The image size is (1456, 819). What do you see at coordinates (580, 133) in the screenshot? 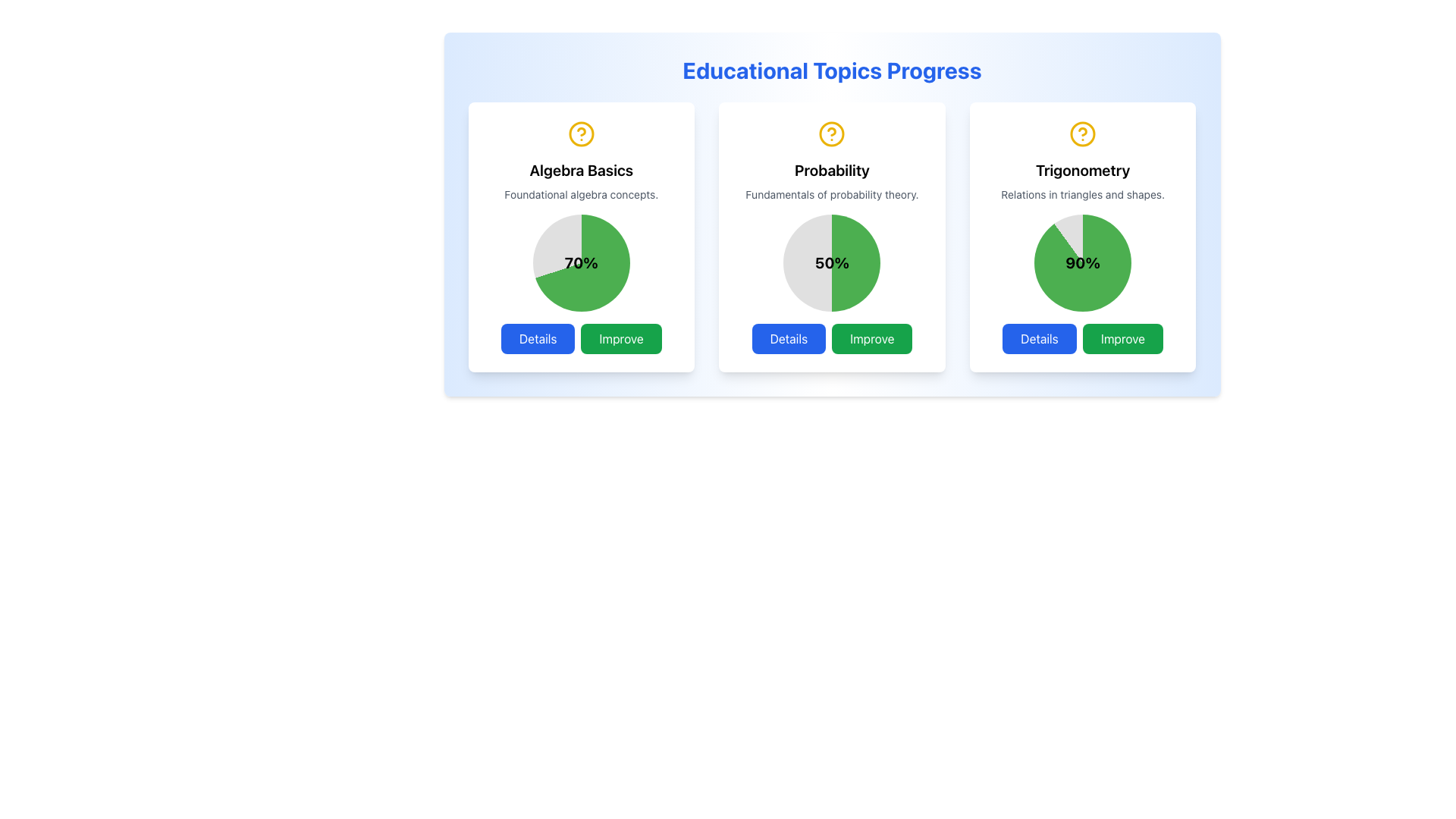
I see `the icon representation for information or help context located at the top-center of the 'Algebra Basics' card, which features a question mark icon` at bounding box center [580, 133].